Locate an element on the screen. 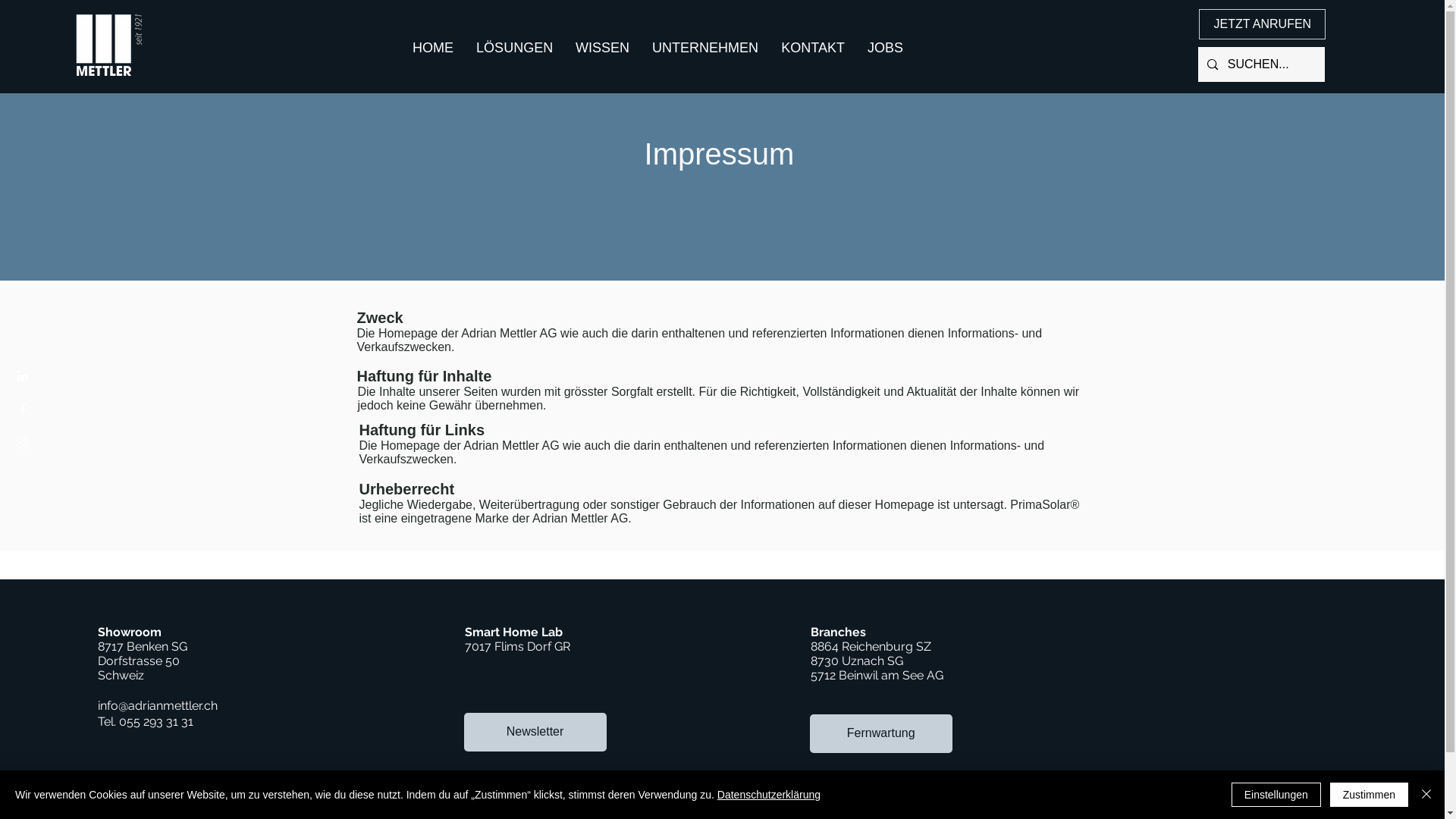 Image resolution: width=1456 pixels, height=819 pixels. 'Newsletter' is located at coordinates (535, 731).